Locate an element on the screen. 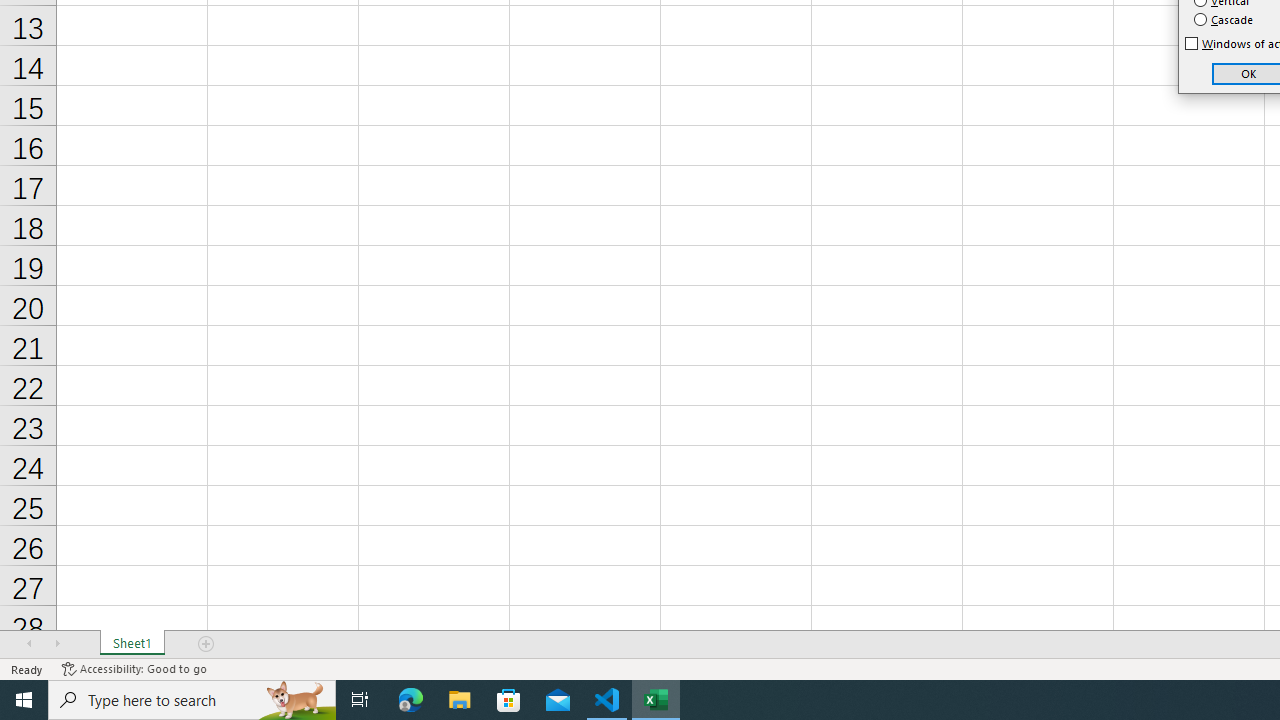 Image resolution: width=1280 pixels, height=720 pixels. 'Excel - 1 running window' is located at coordinates (656, 698).